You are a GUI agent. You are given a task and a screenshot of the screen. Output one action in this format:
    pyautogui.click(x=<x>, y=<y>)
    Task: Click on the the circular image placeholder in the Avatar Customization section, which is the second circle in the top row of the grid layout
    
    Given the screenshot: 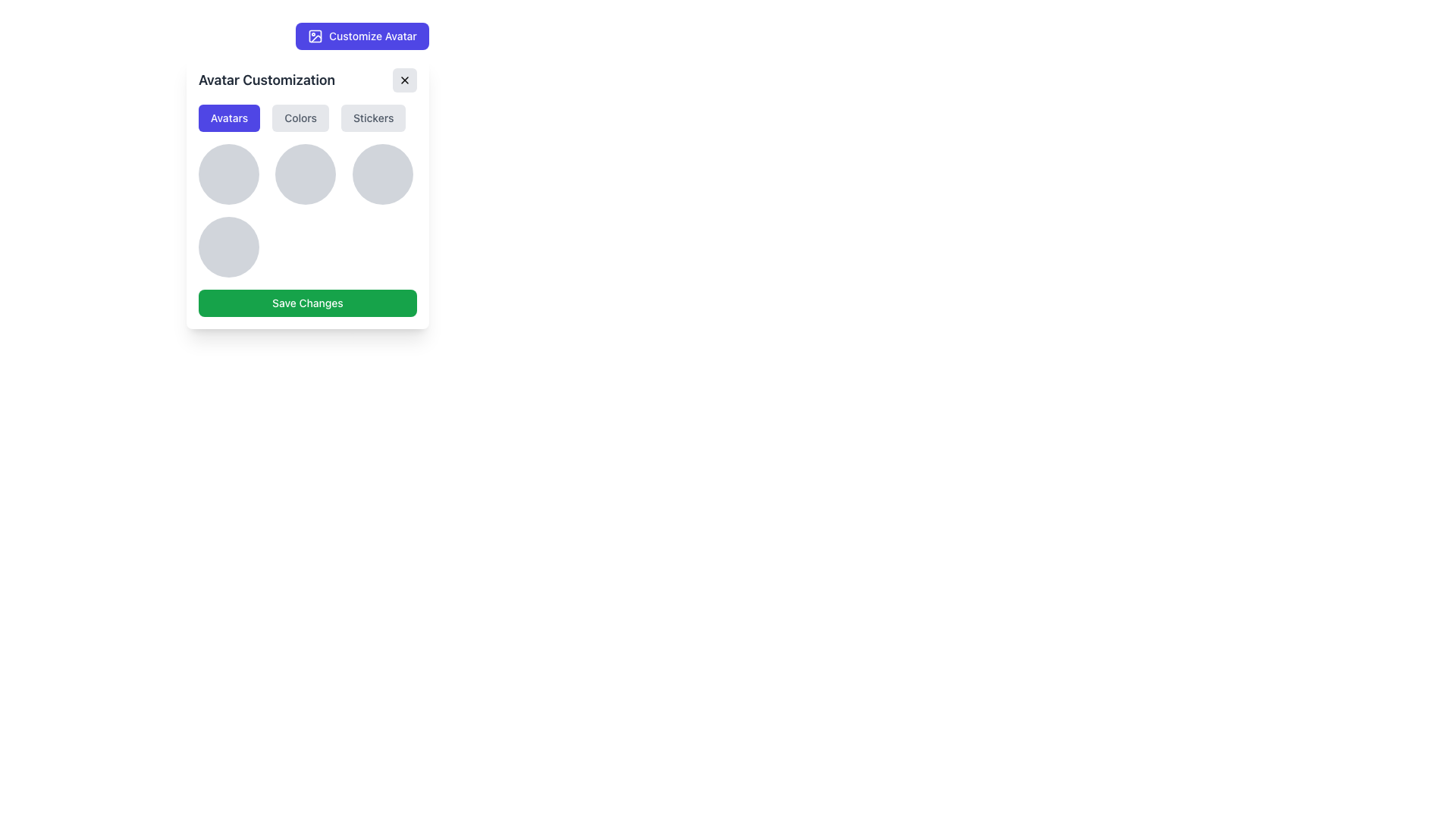 What is the action you would take?
    pyautogui.click(x=305, y=174)
    